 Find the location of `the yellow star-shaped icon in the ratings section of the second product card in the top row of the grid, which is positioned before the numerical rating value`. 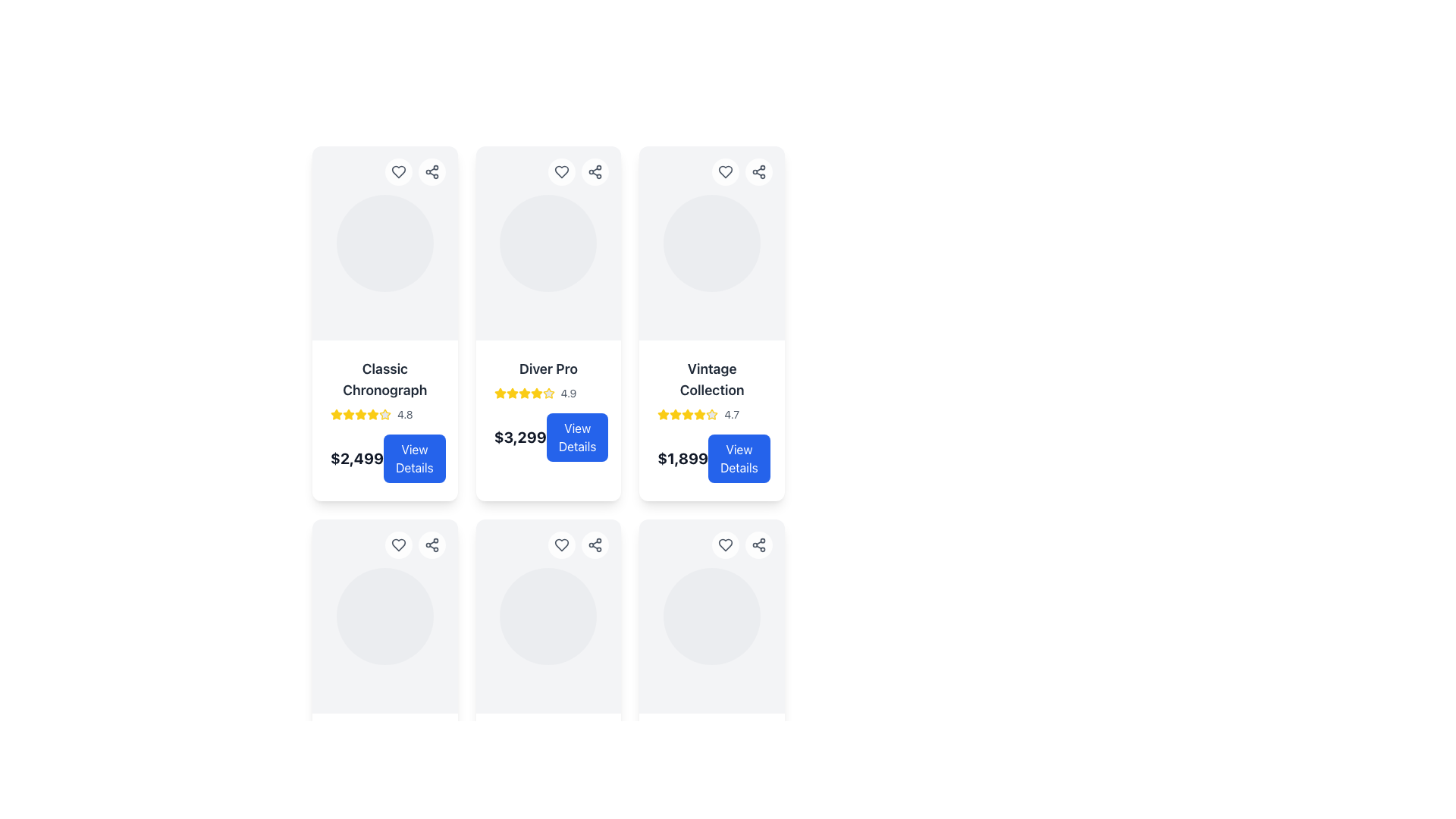

the yellow star-shaped icon in the ratings section of the second product card in the top row of the grid, which is positioned before the numerical rating value is located at coordinates (512, 392).